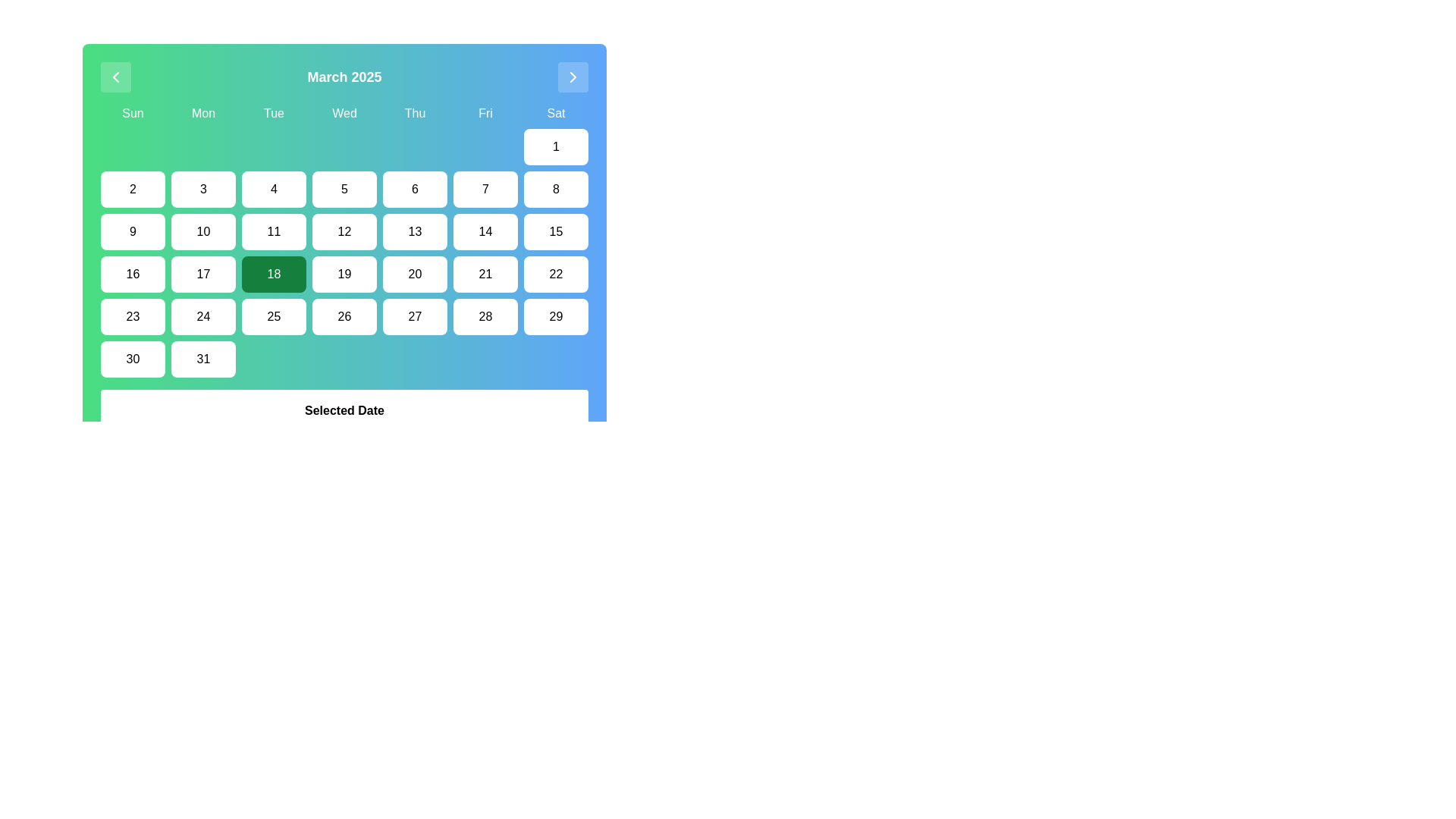 This screenshot has width=1456, height=819. Describe the element at coordinates (344, 189) in the screenshot. I see `the button styled as a calendar date cell displaying the number '5' located in the March 2025 calendar grid` at that location.